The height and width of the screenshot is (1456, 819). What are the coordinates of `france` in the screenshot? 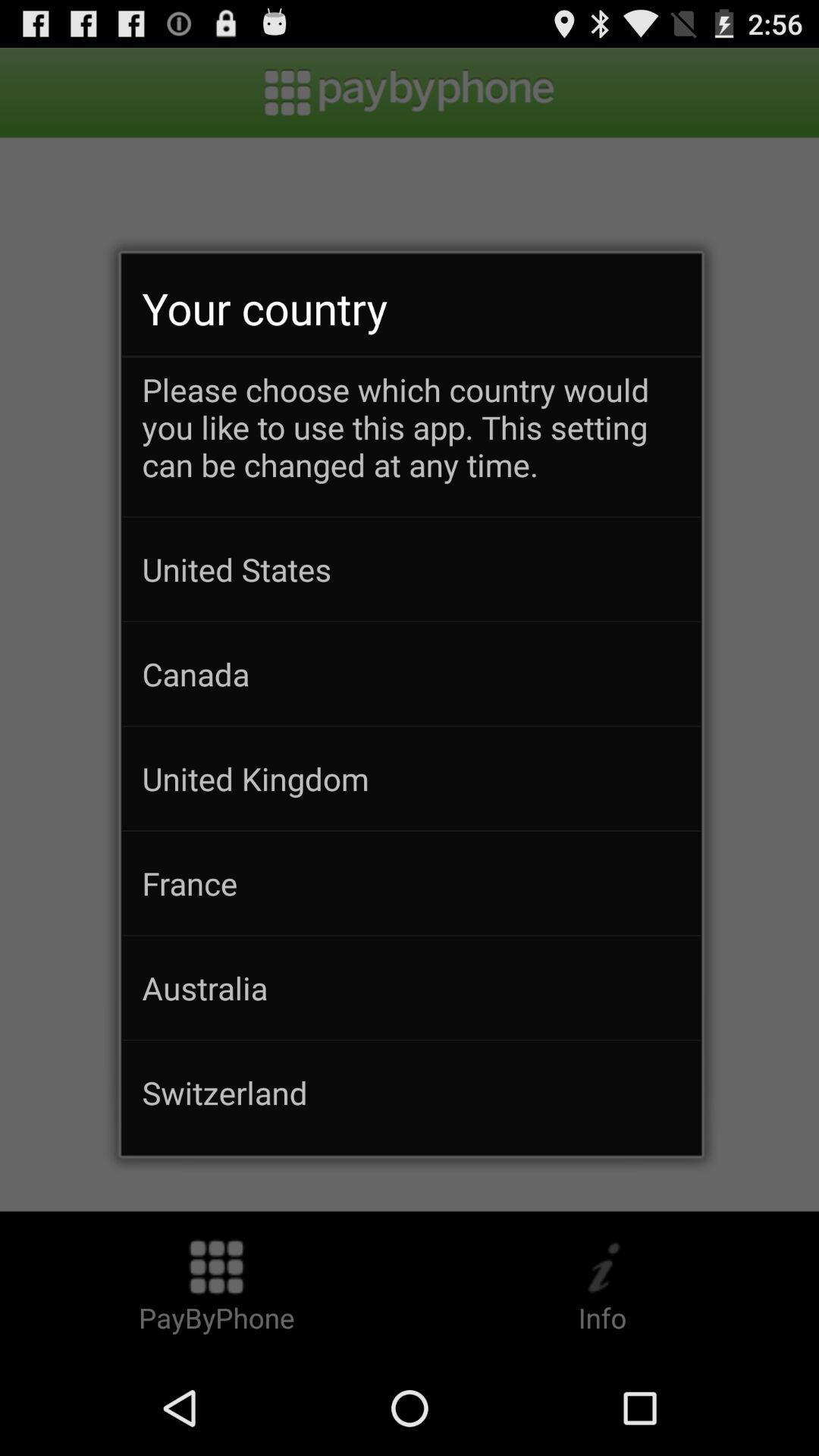 It's located at (411, 883).